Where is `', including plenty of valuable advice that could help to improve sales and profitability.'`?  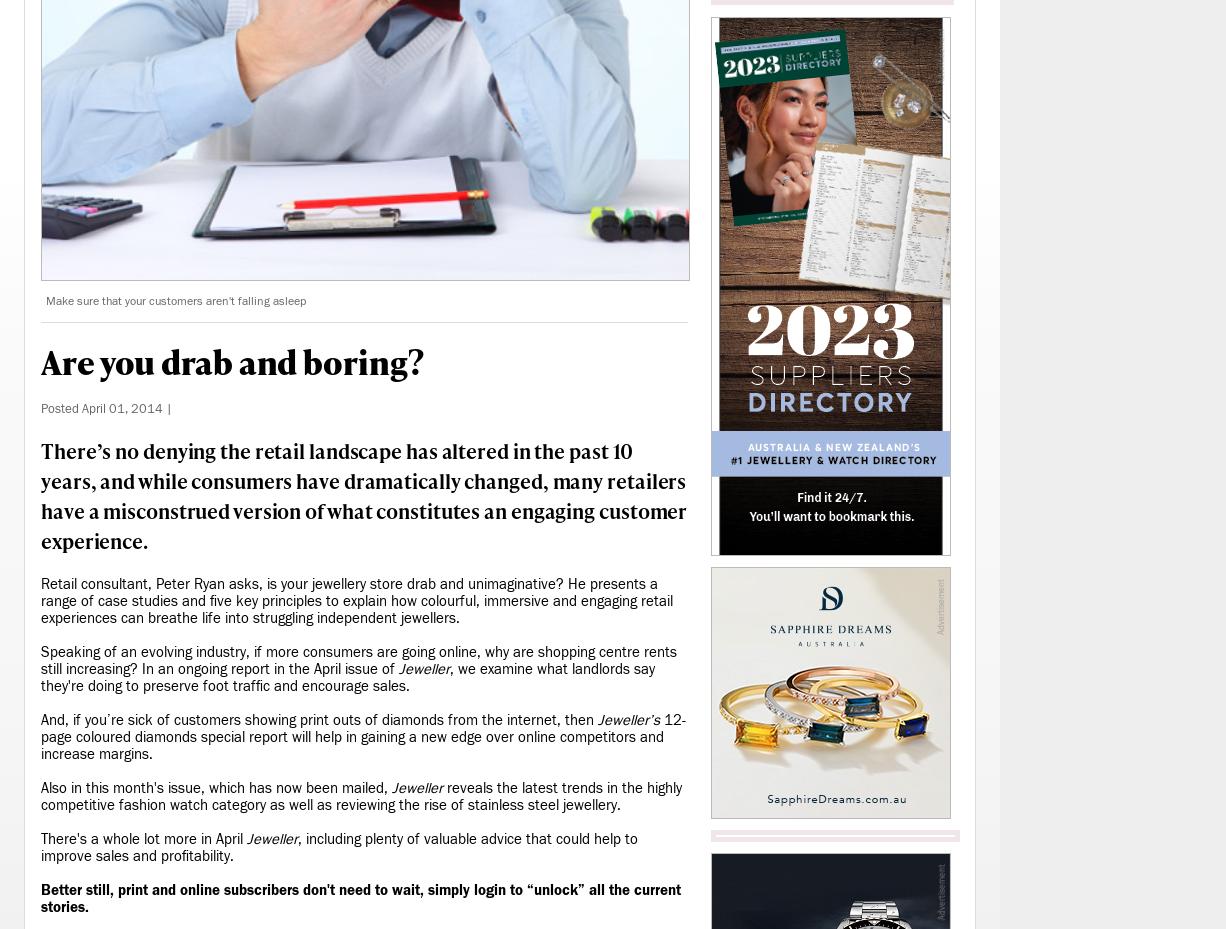 ', including plenty of valuable advice that could help to improve sales and profitability.' is located at coordinates (338, 847).